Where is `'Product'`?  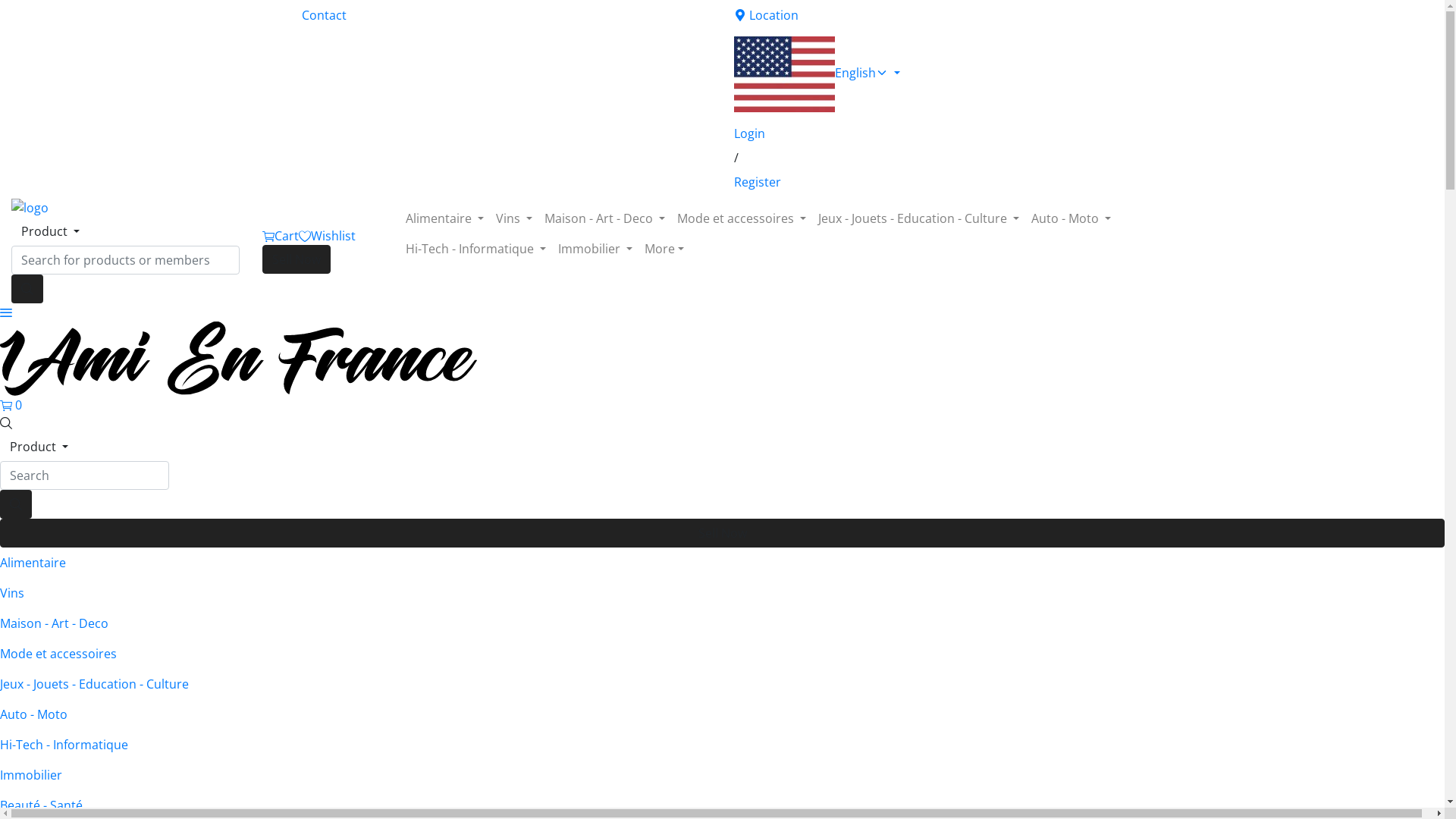 'Product' is located at coordinates (50, 231).